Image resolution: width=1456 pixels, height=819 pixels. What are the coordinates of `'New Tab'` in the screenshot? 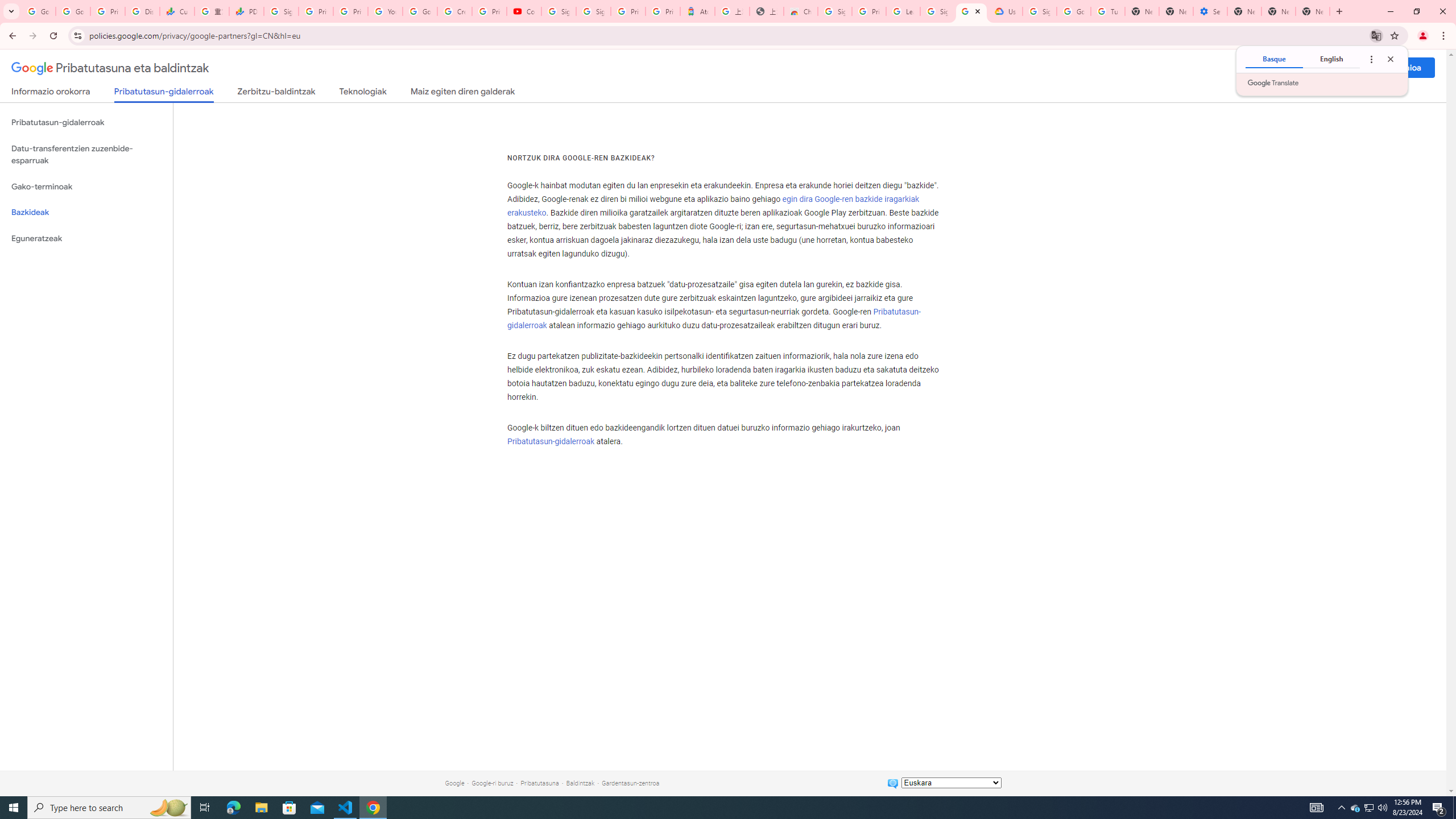 It's located at (1312, 11).